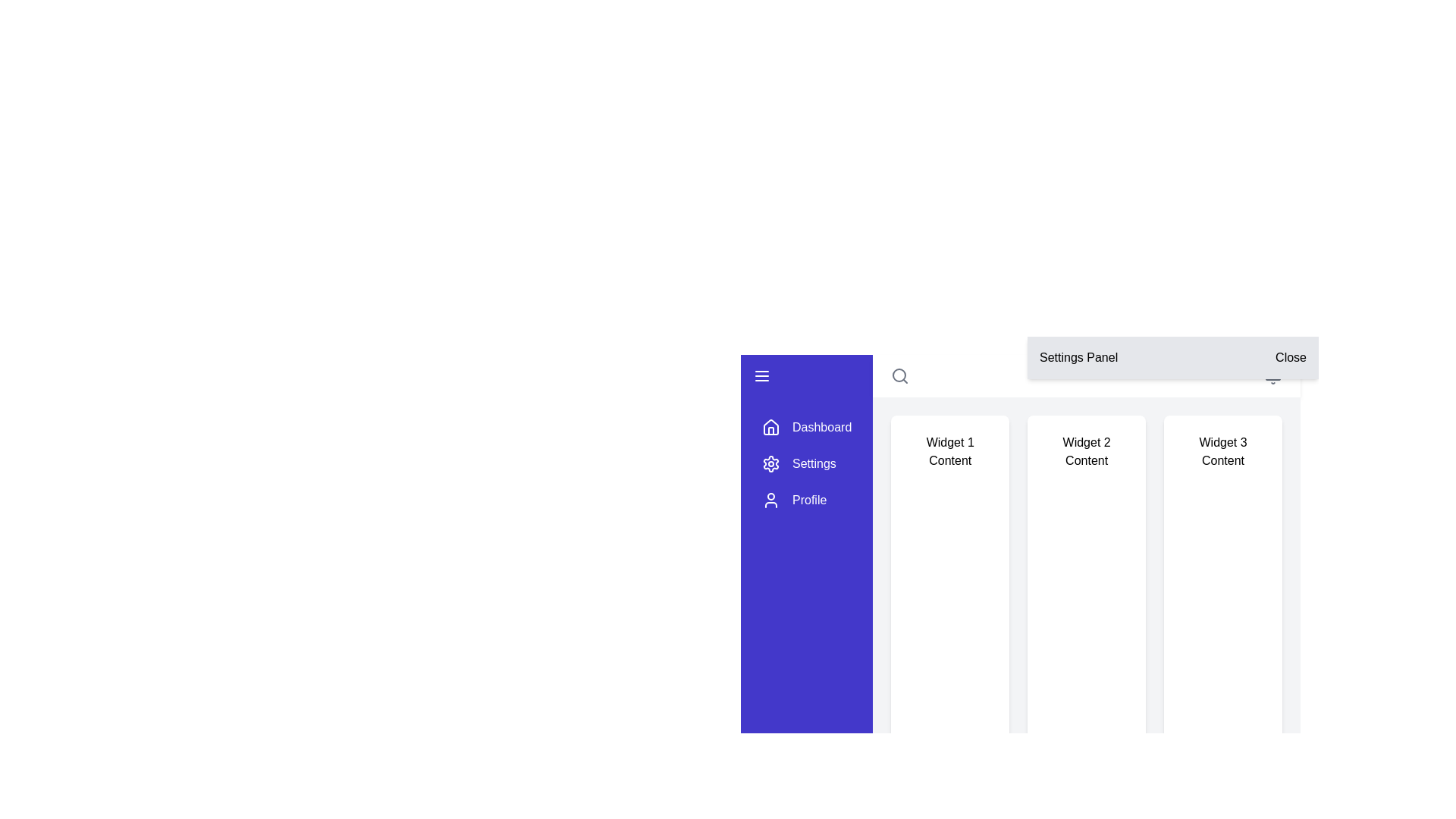 This screenshot has width=1456, height=819. Describe the element at coordinates (900, 375) in the screenshot. I see `the search icon located in the top-right corner of the main interface, which is styled with a magnifying glass graphic and outlined in gray color` at that location.